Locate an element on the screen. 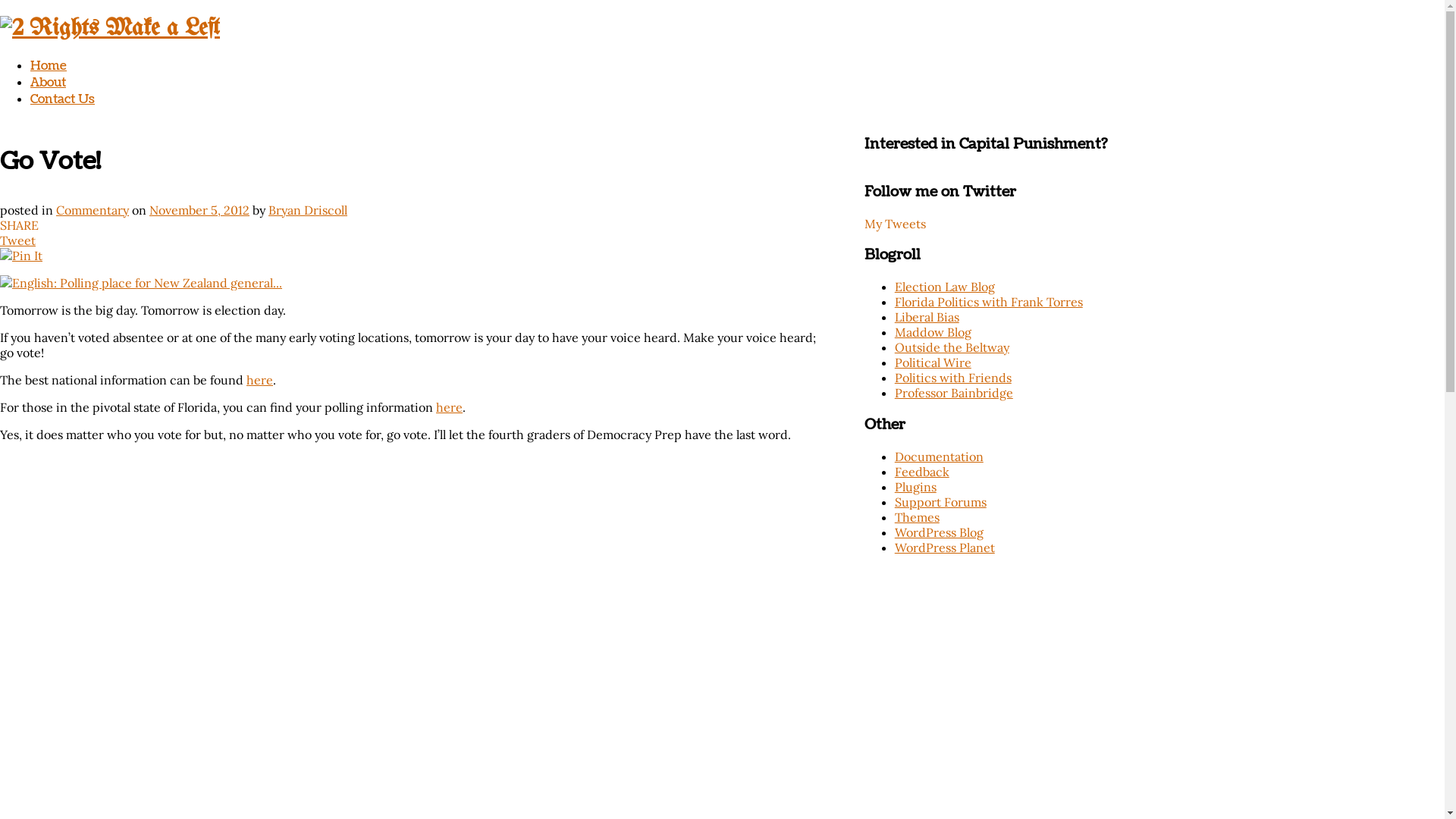 The width and height of the screenshot is (1456, 819). 'here' is located at coordinates (259, 379).